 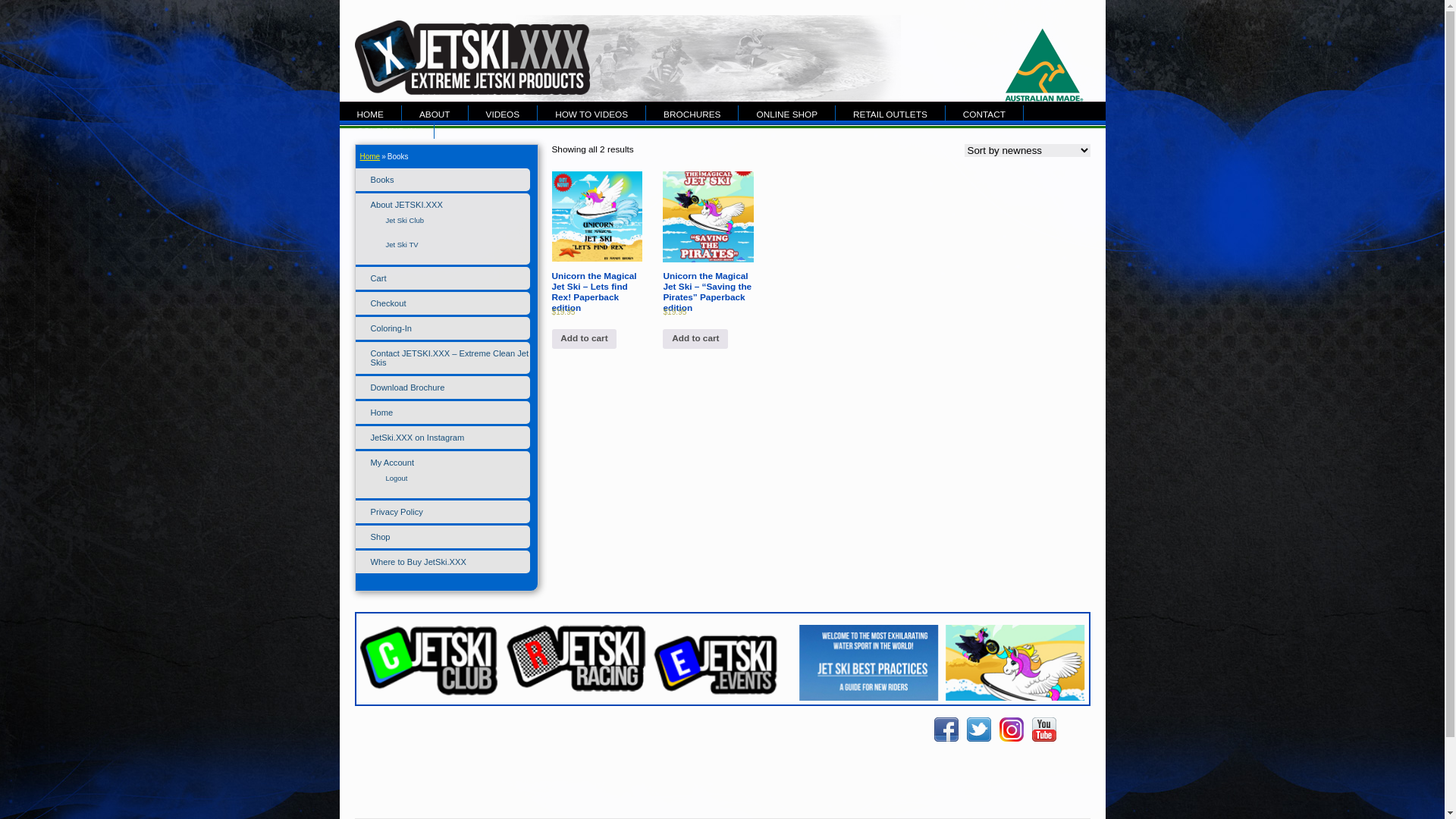 I want to click on 'Jet Ski Events', so click(x=721, y=696).